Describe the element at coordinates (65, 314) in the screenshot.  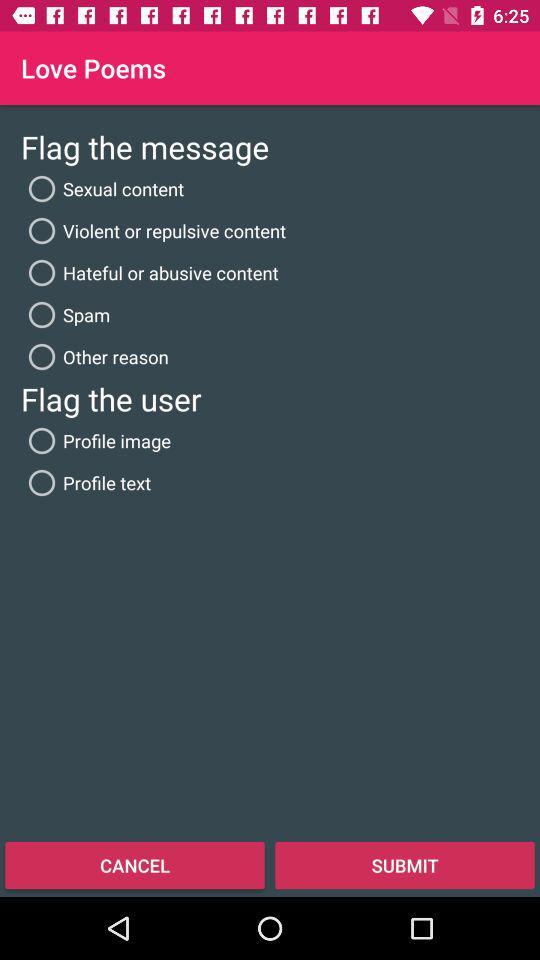
I see `spam radio button` at that location.